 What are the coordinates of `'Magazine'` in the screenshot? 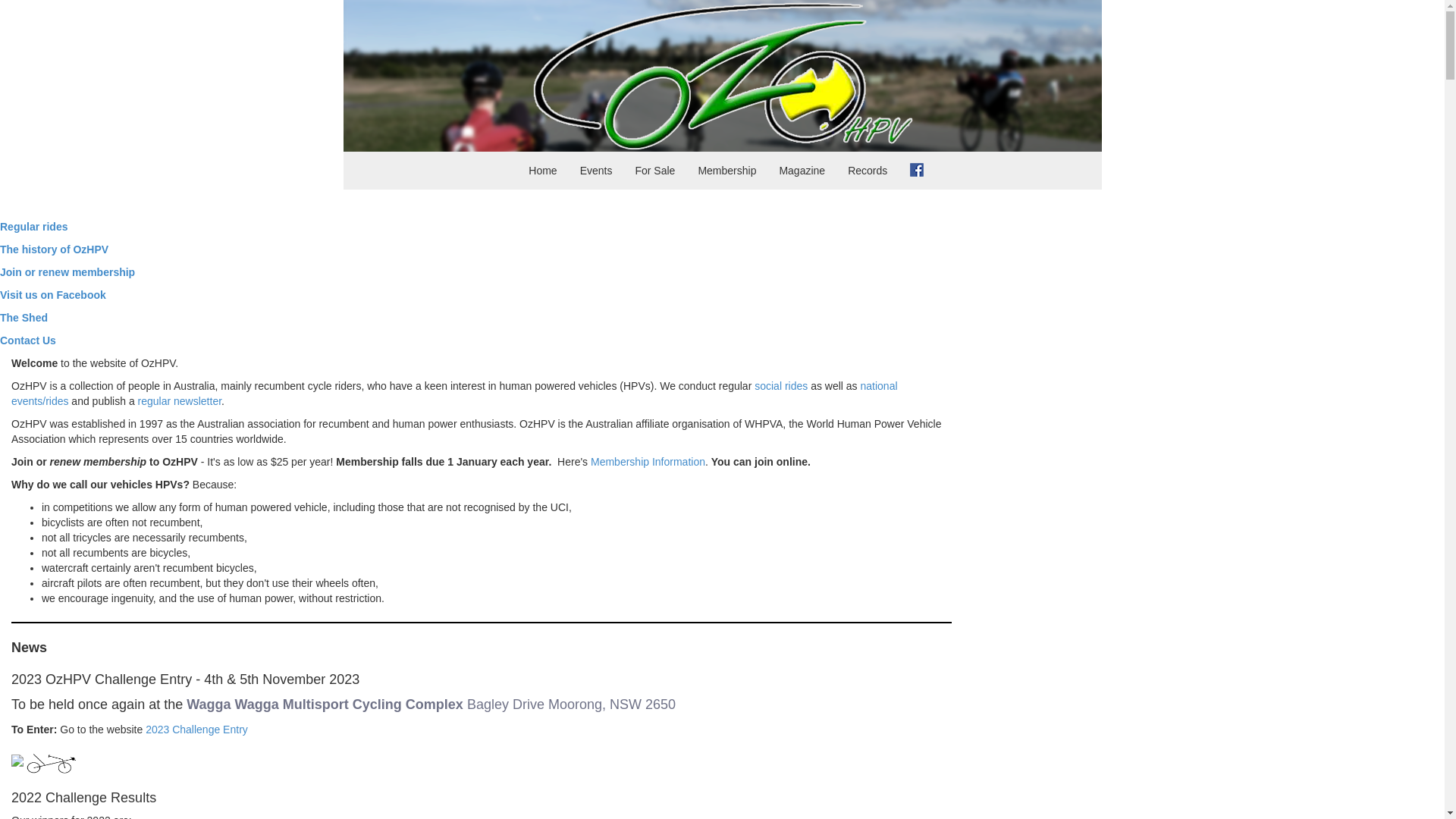 It's located at (801, 170).